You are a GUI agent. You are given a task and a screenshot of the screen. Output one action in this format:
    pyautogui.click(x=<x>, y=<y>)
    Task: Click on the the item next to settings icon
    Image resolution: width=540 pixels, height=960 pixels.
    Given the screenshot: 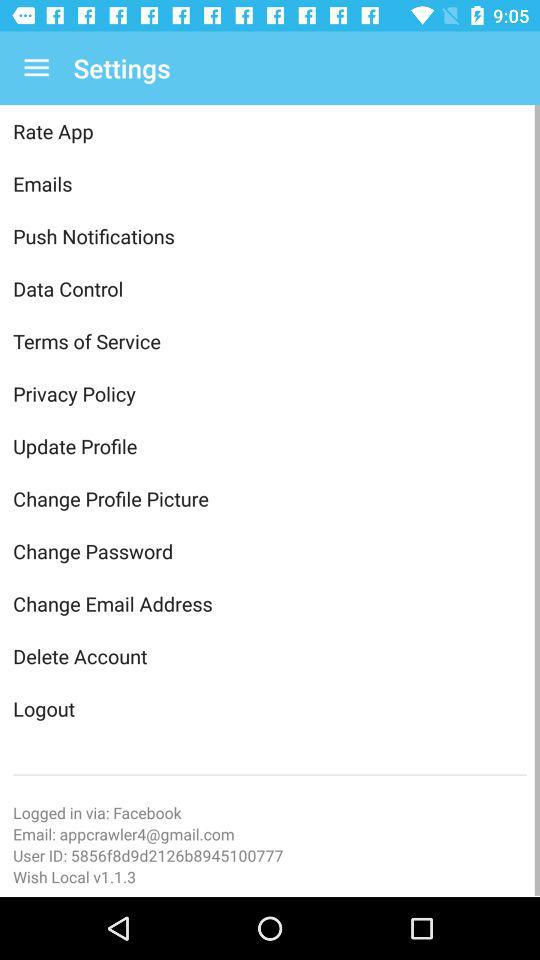 What is the action you would take?
    pyautogui.click(x=36, y=68)
    